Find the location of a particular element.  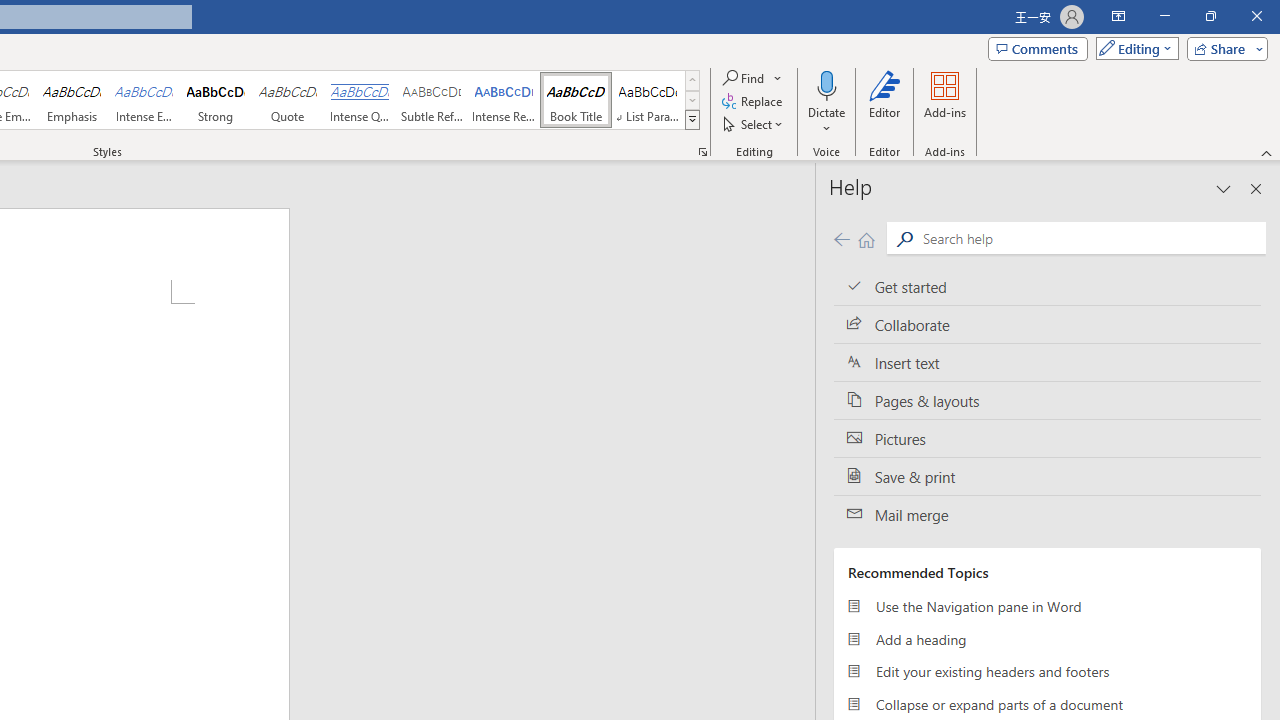

'Collaborate' is located at coordinates (1046, 324).